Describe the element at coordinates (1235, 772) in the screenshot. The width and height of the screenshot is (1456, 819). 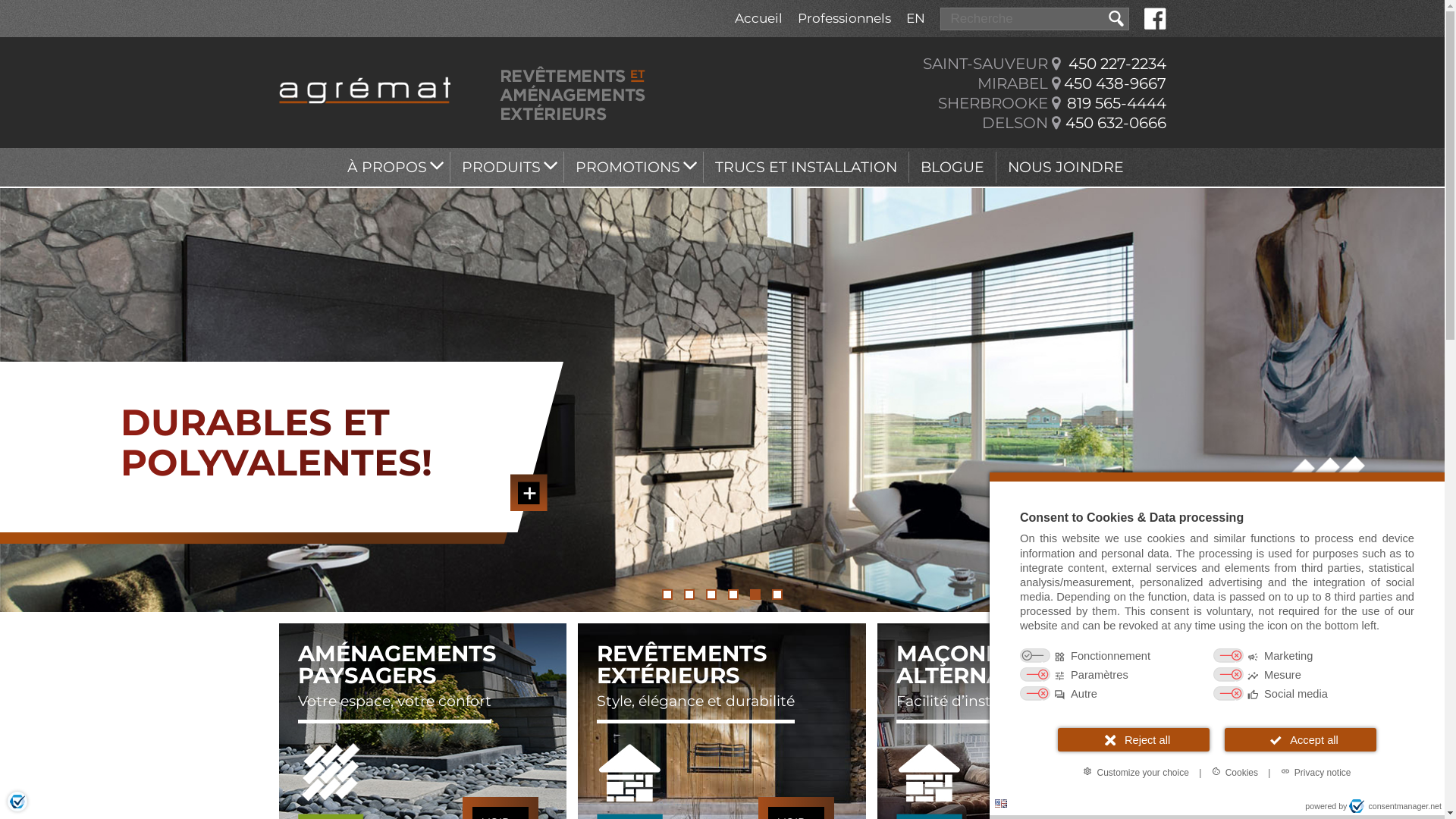
I see `'Cookies'` at that location.